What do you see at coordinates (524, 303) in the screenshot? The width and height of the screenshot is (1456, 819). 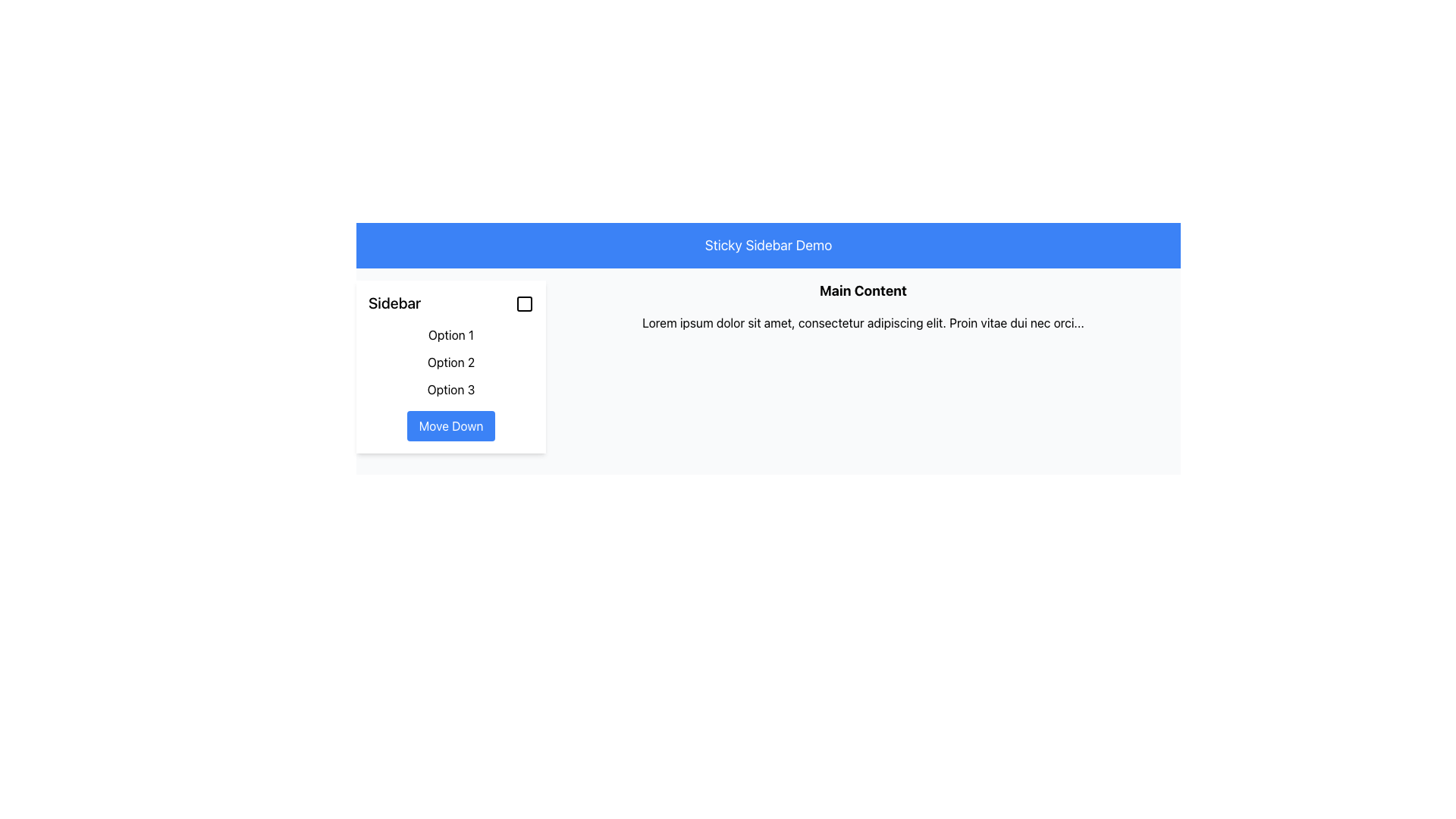 I see `the button-like icon located near the top-right corner of the 'Sidebar' header section` at bounding box center [524, 303].